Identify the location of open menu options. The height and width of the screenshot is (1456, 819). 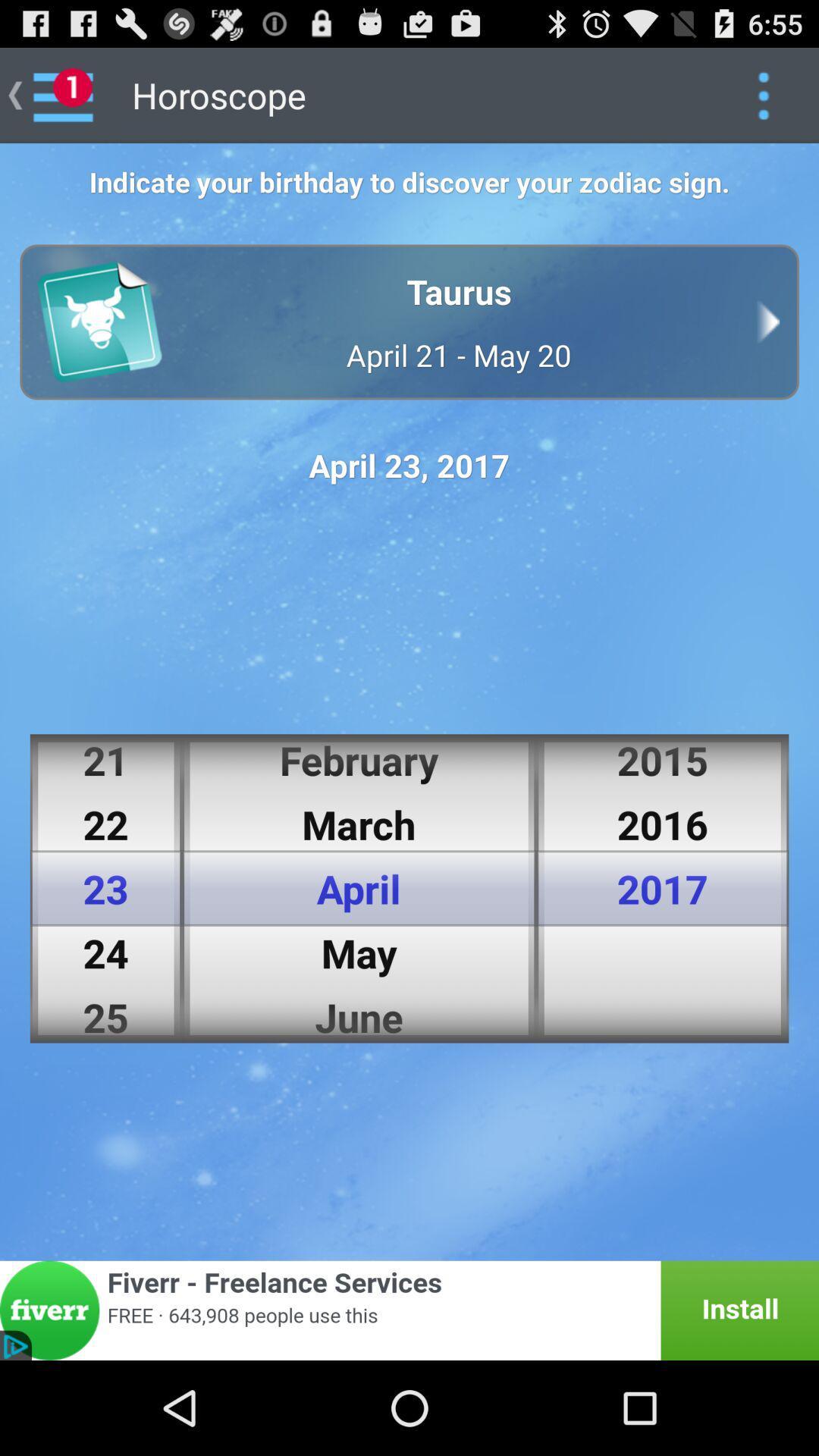
(763, 94).